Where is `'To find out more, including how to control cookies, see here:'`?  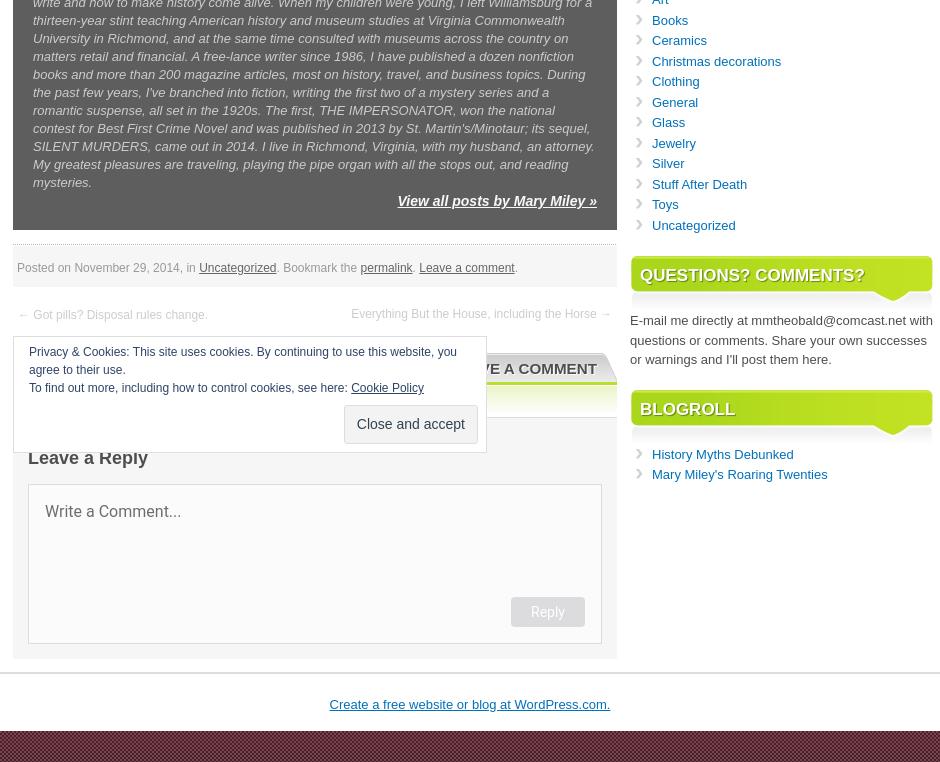 'To find out more, including how to control cookies, see here:' is located at coordinates (189, 387).